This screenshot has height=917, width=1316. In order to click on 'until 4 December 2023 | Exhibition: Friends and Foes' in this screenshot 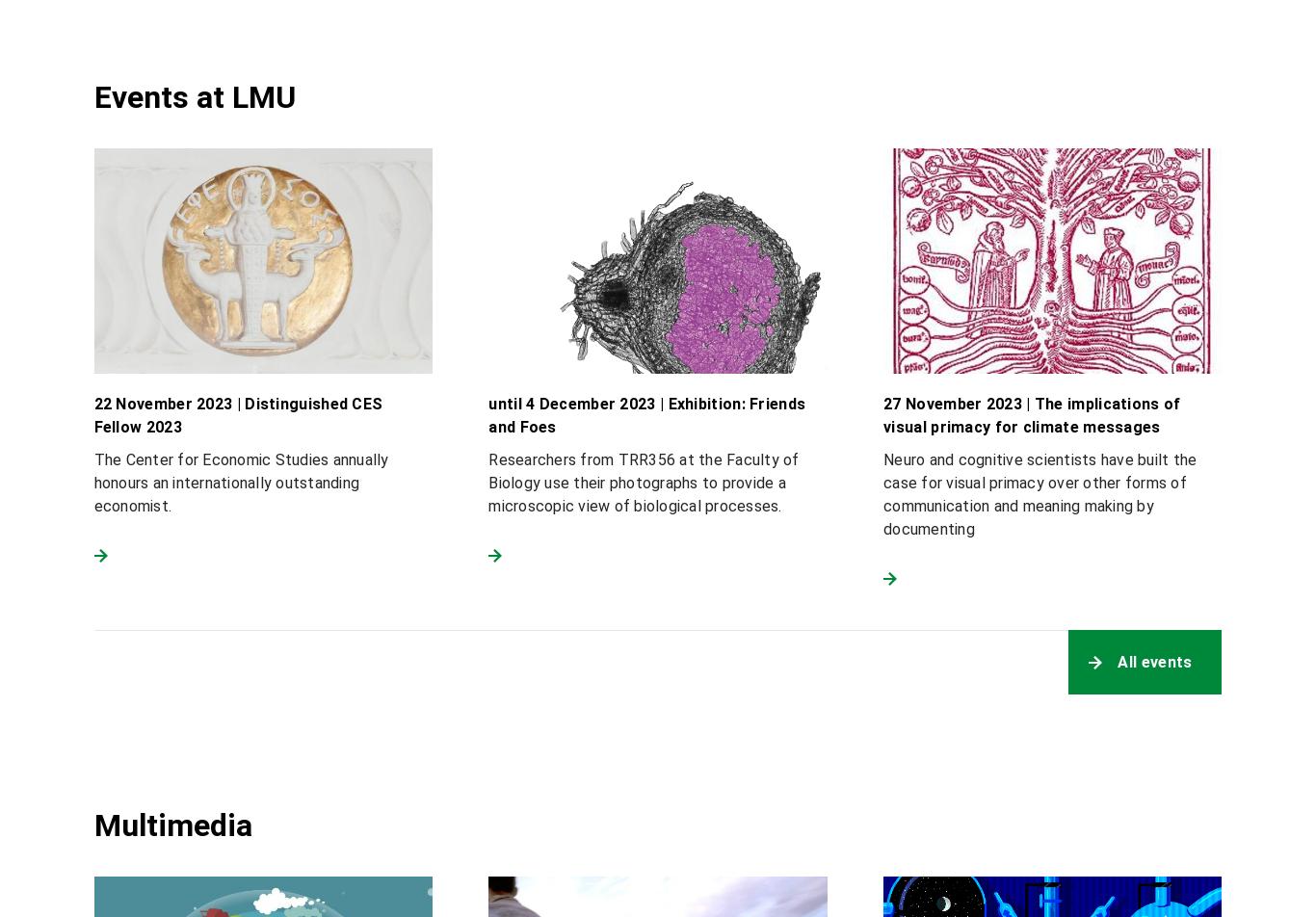, I will do `click(645, 415)`.